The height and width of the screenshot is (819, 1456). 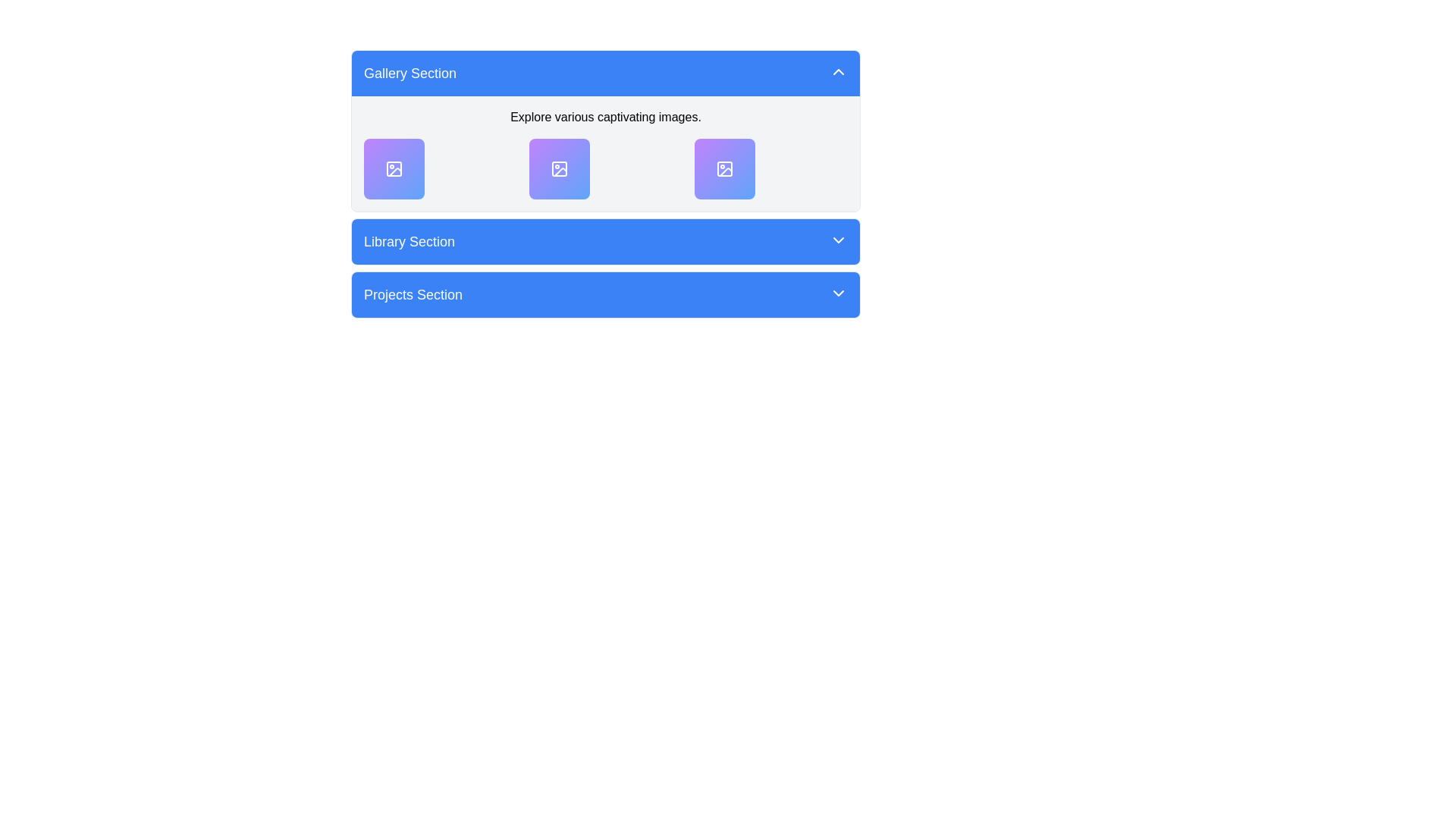 What do you see at coordinates (604, 241) in the screenshot?
I see `the blue 'Library Section' button` at bounding box center [604, 241].